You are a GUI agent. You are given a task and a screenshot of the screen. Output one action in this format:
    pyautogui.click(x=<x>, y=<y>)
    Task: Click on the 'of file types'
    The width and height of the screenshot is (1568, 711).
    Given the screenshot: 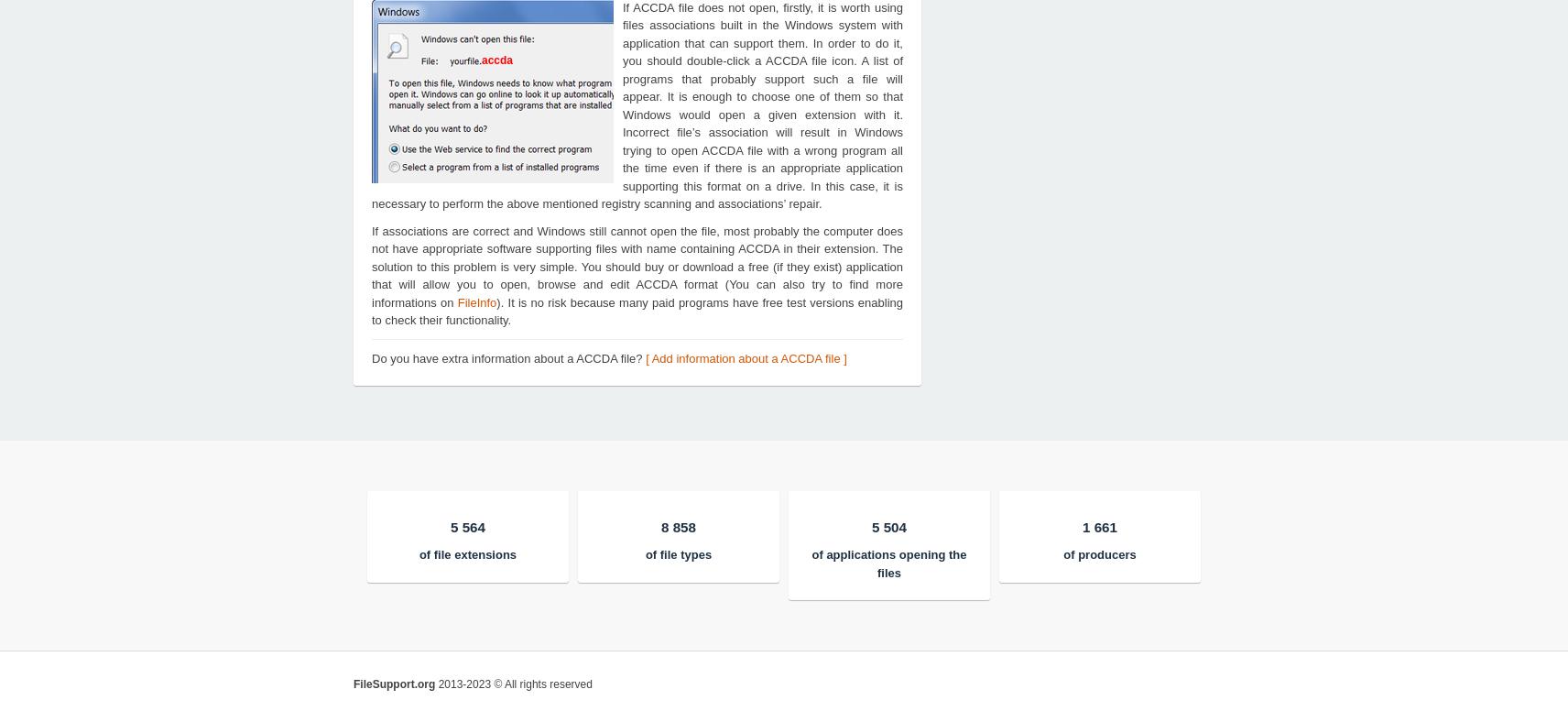 What is the action you would take?
    pyautogui.click(x=678, y=554)
    